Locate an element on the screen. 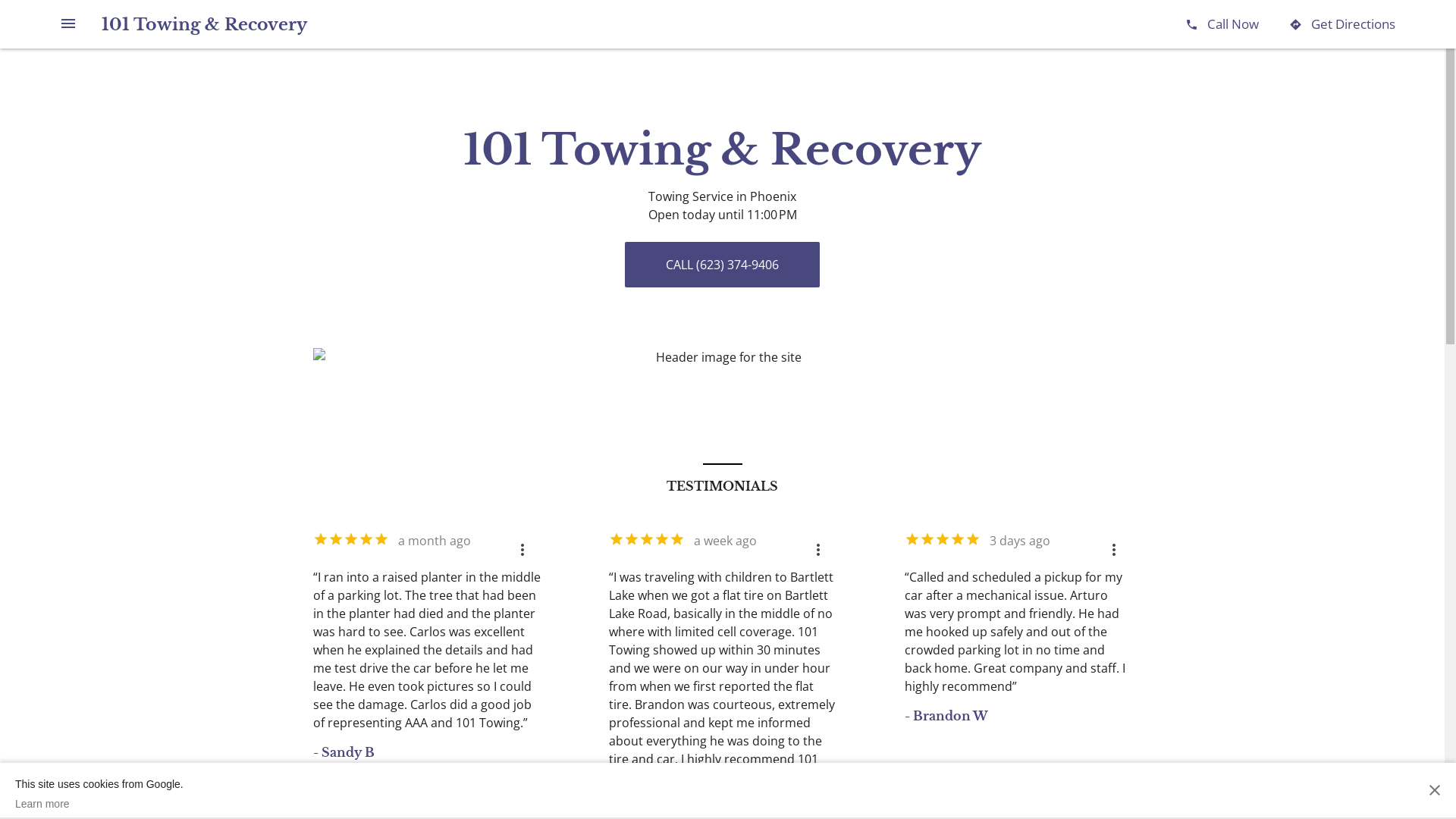  'Learn more' is located at coordinates (98, 803).